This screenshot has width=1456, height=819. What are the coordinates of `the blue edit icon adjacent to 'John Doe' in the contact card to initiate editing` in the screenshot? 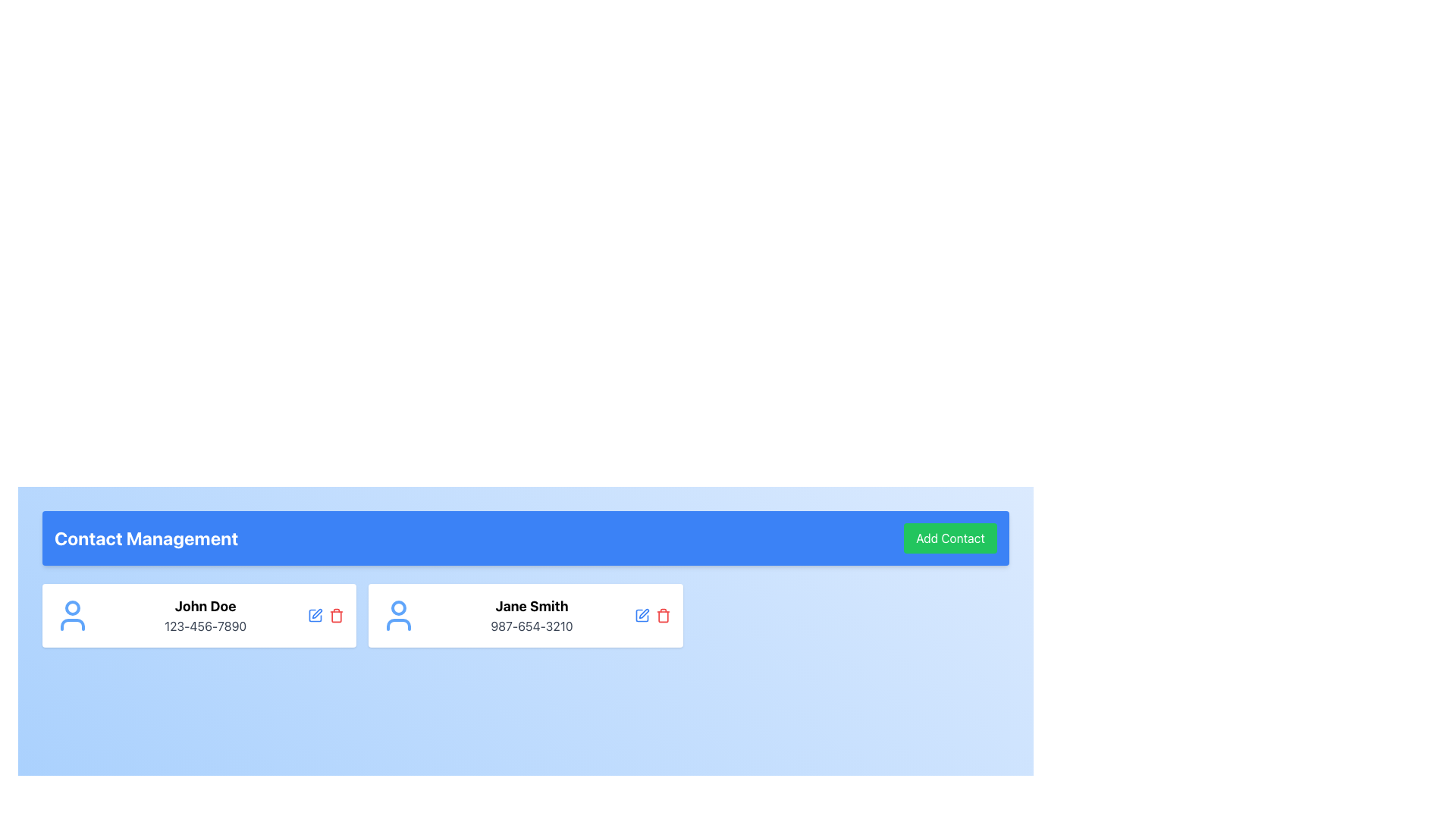 It's located at (315, 616).